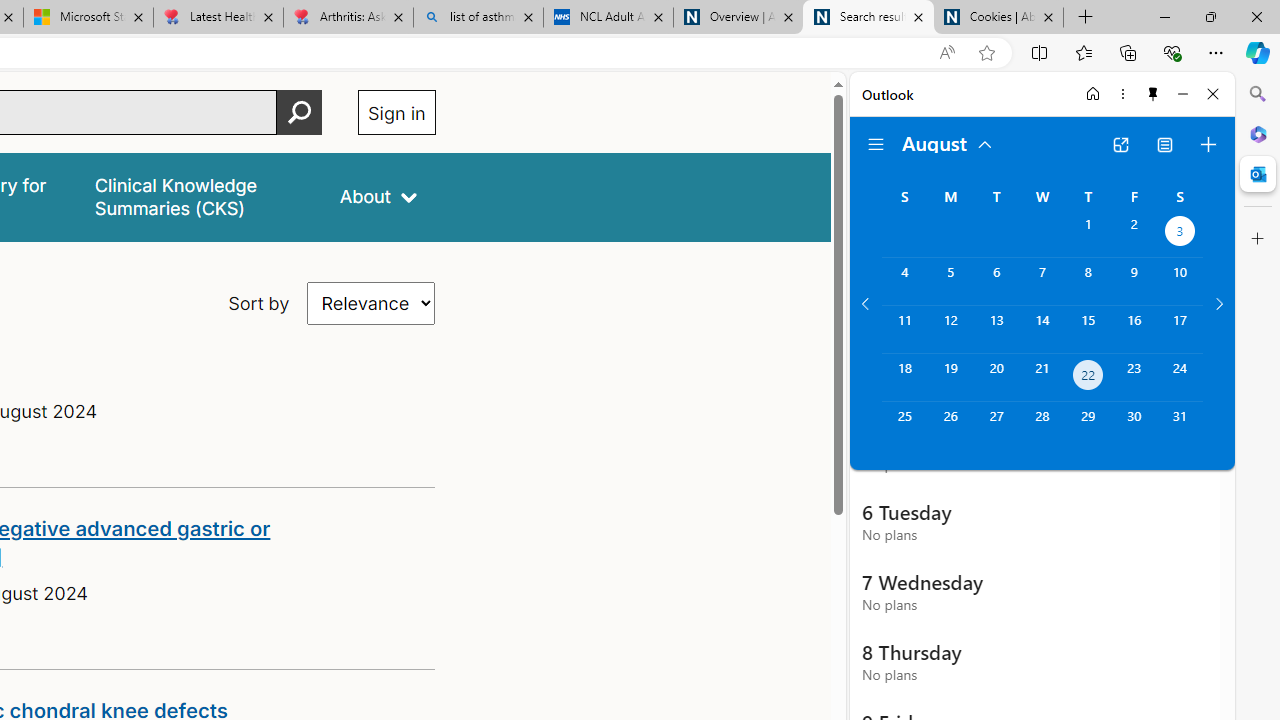 The width and height of the screenshot is (1280, 720). Describe the element at coordinates (1153, 93) in the screenshot. I see `'Unpin side pane'` at that location.